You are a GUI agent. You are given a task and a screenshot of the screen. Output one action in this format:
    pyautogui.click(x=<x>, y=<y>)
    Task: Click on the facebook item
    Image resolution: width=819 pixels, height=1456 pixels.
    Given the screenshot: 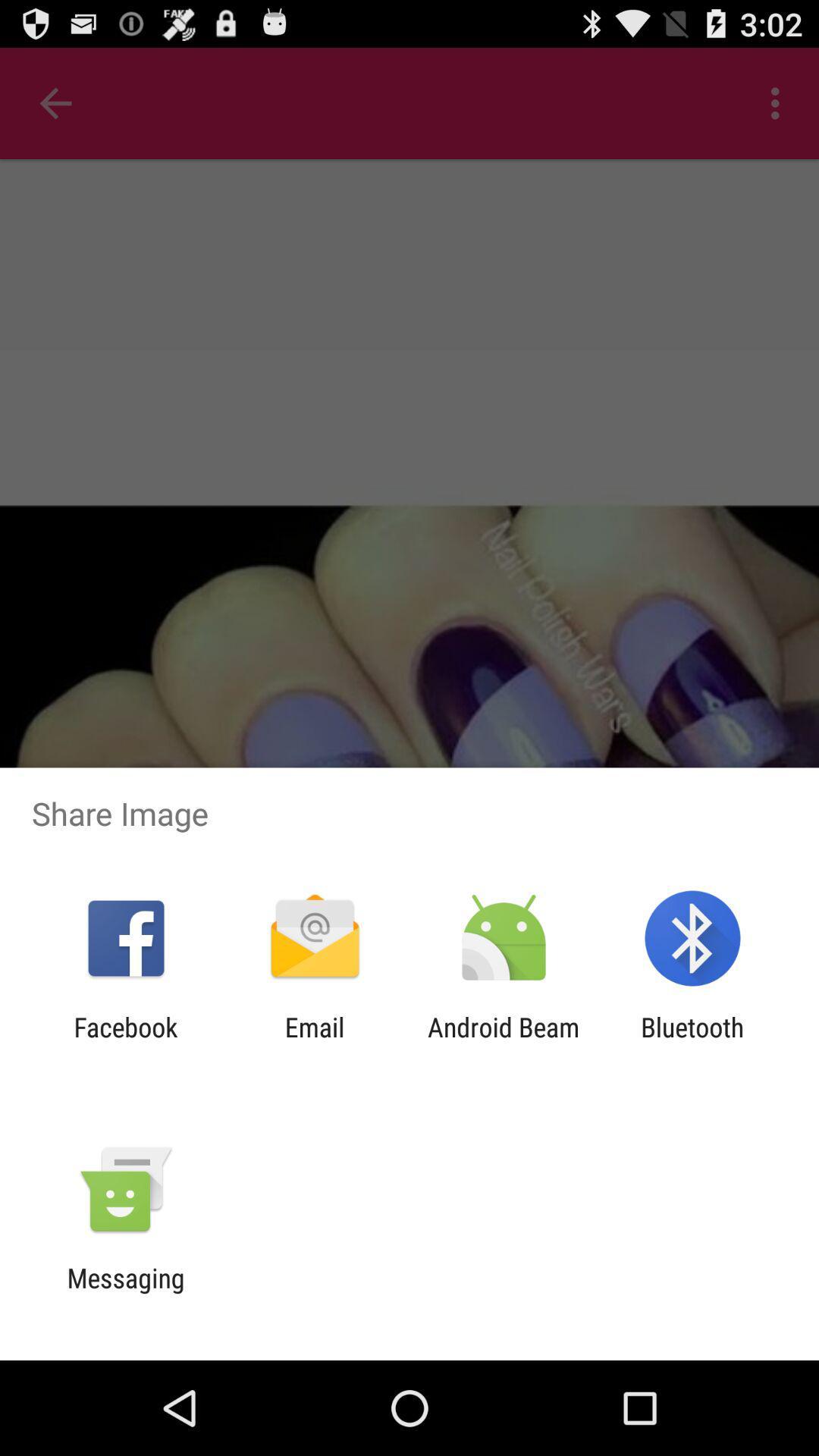 What is the action you would take?
    pyautogui.click(x=125, y=1042)
    